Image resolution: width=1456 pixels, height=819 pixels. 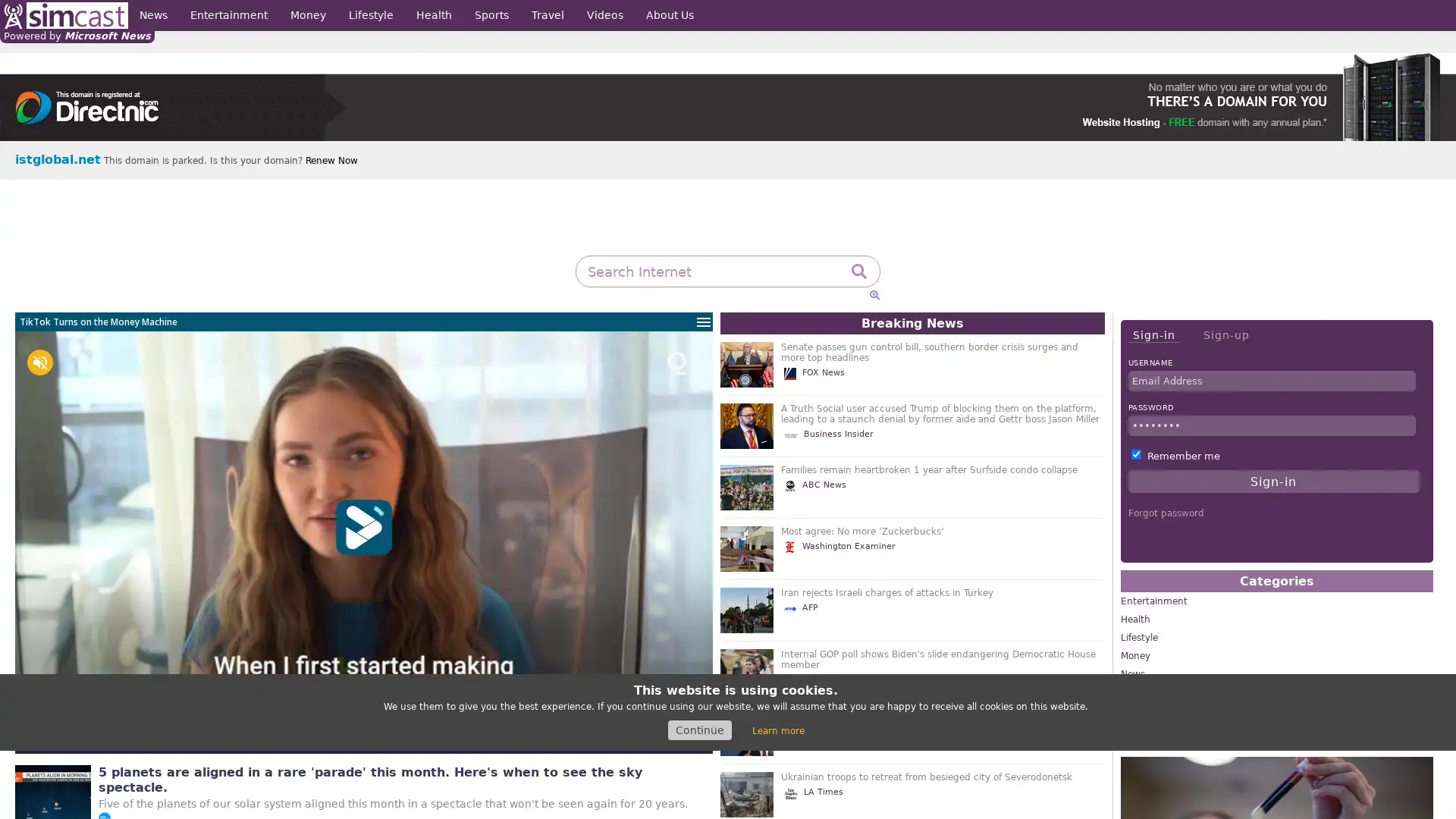 What do you see at coordinates (1225, 334) in the screenshot?
I see `Sign-up` at bounding box center [1225, 334].